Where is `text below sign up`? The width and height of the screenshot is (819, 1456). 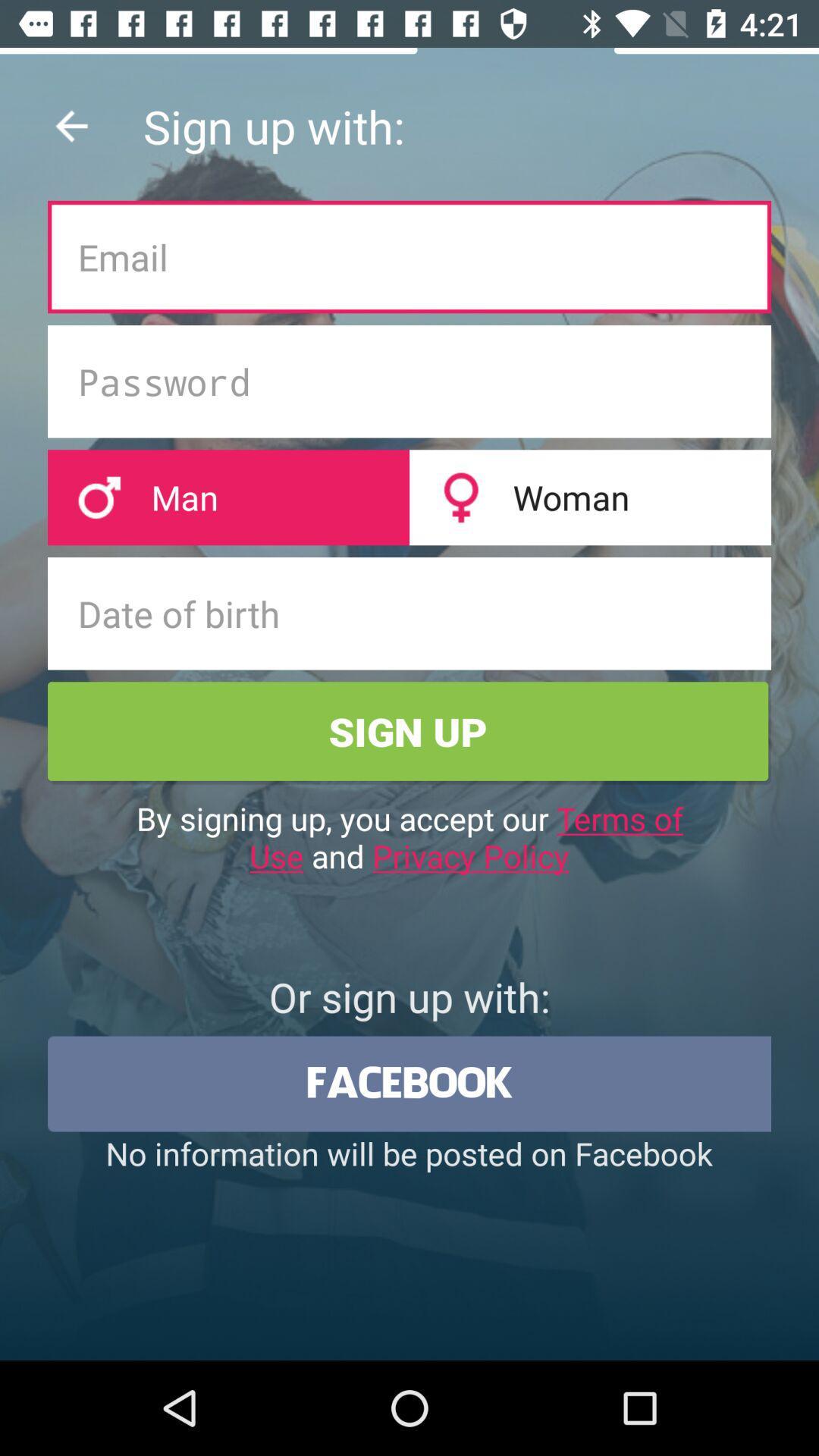 text below sign up is located at coordinates (409, 836).